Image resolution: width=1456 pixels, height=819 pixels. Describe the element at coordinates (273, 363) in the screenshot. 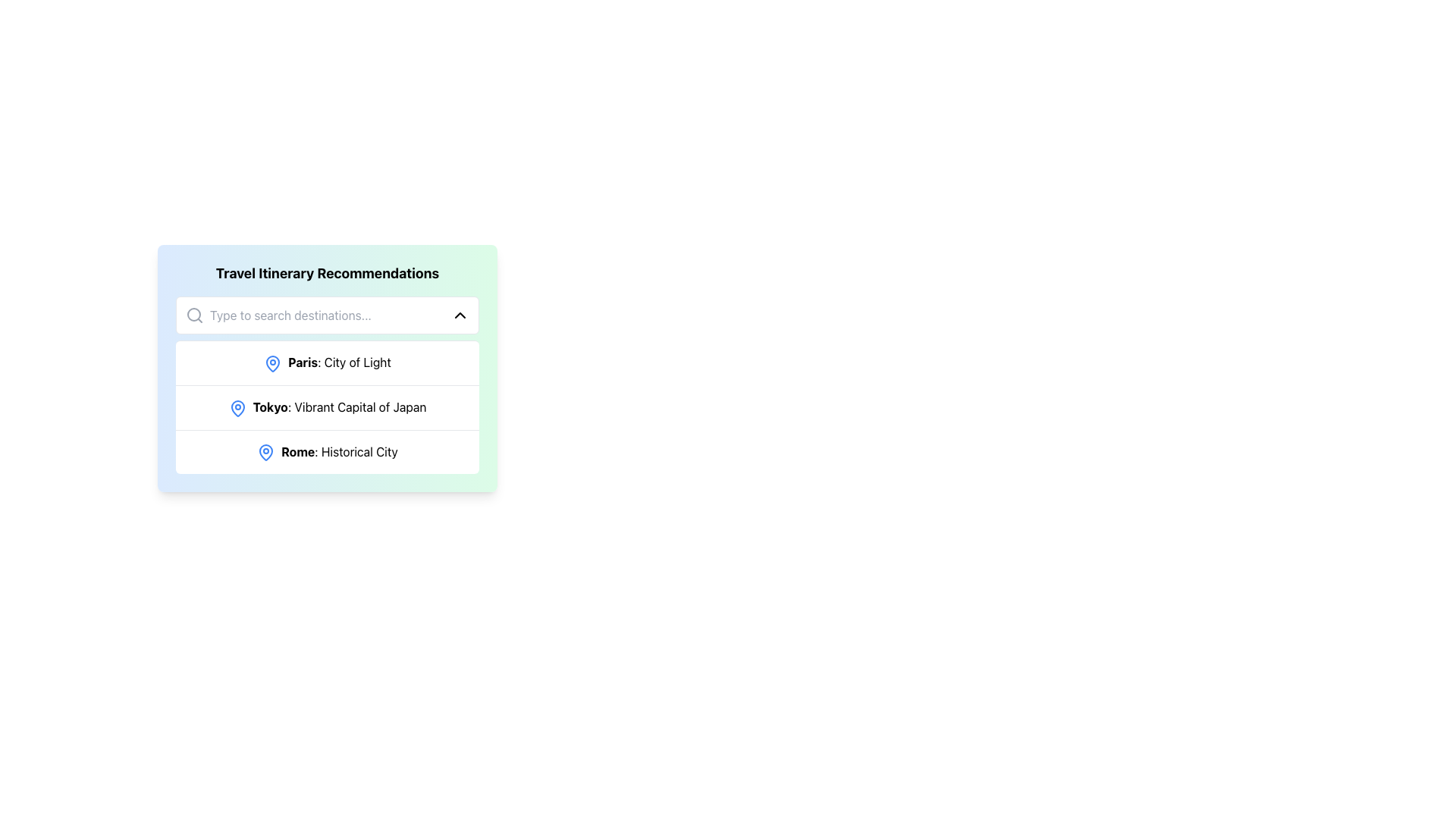

I see `the first map pin icon in the travel itinerary recommendations list` at that location.